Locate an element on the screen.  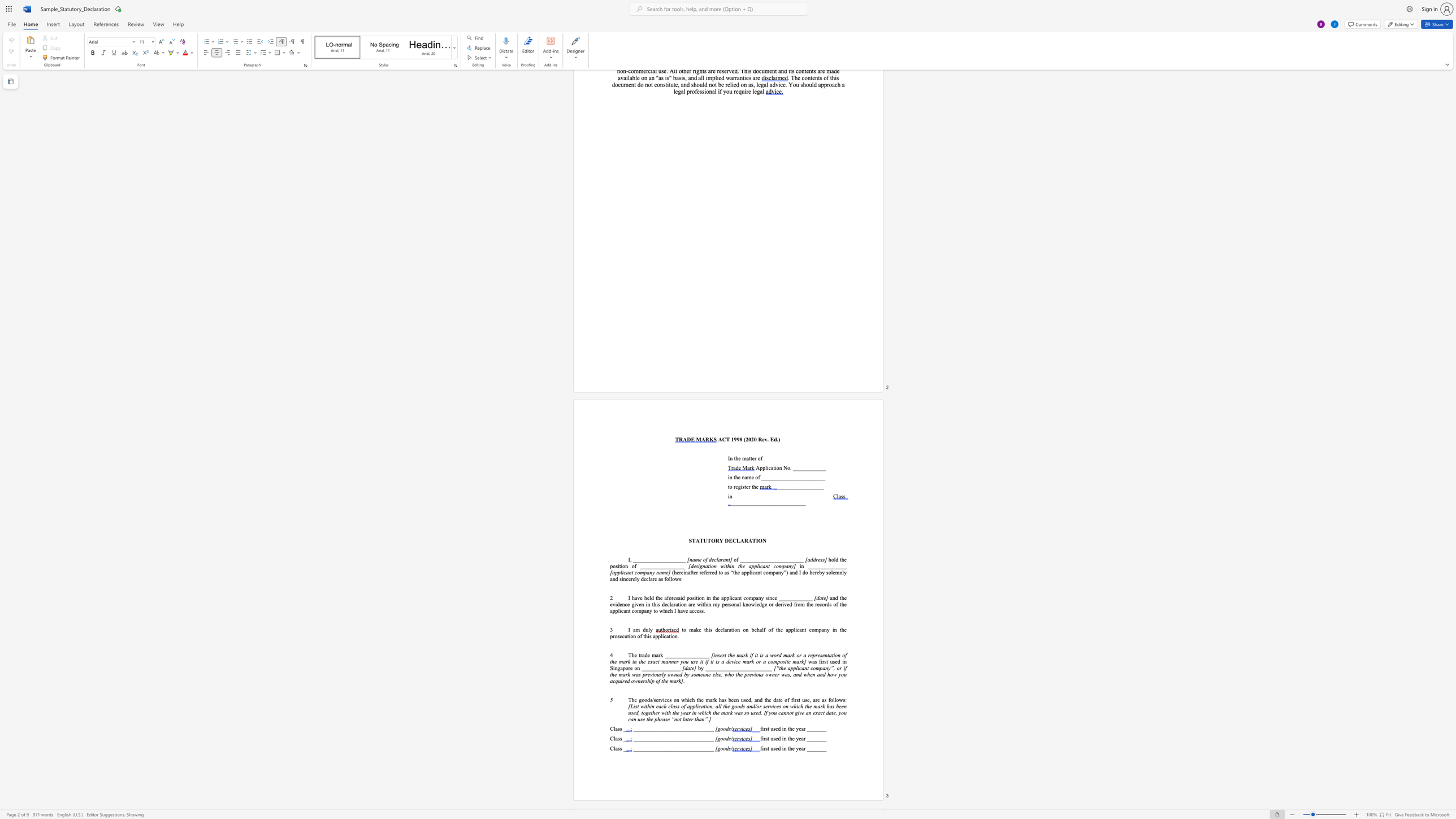
the subset text "____" within the text "_____________________________" is located at coordinates (669, 738).